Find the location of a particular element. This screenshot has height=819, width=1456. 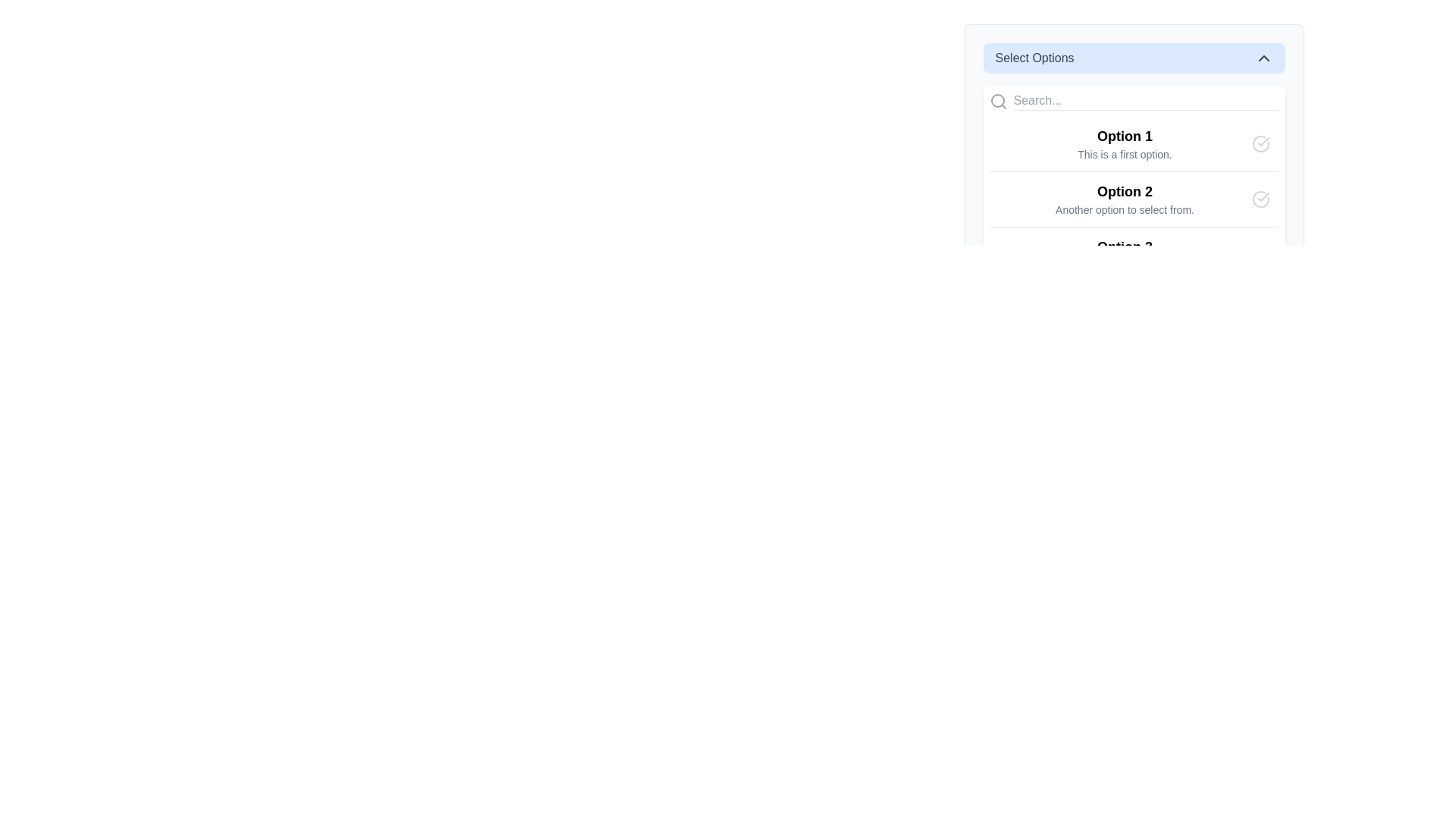

the checkmark circle indicator icon located is located at coordinates (1260, 253).